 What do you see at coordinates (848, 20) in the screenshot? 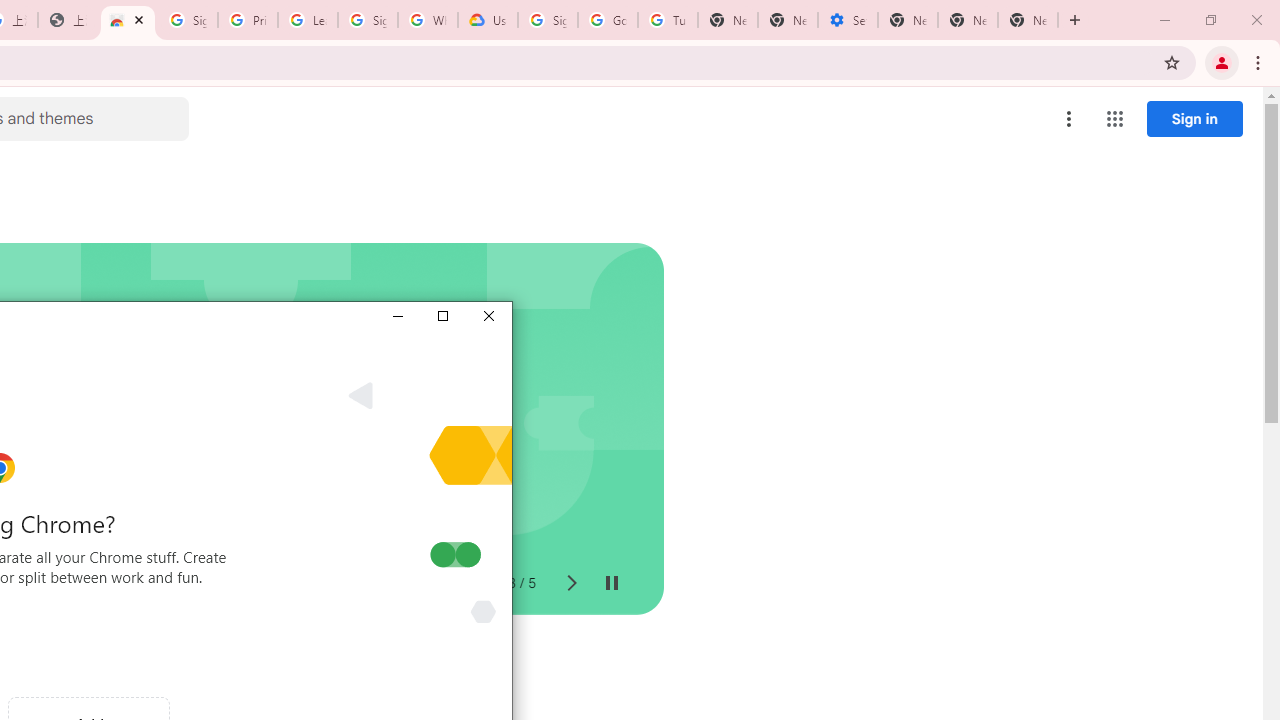
I see `'Settings - Addresses and more'` at bounding box center [848, 20].